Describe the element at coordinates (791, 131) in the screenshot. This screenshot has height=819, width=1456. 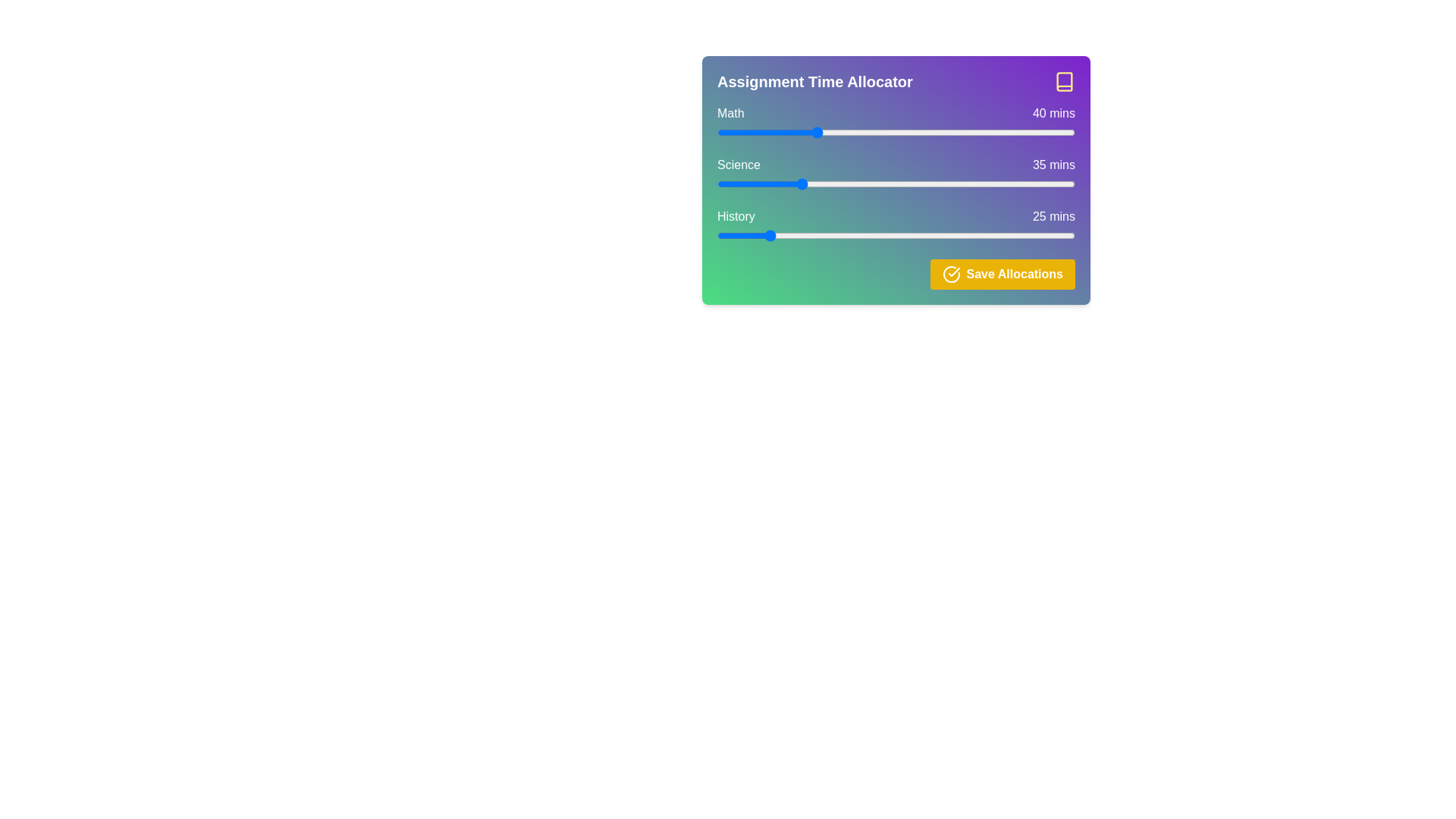
I see `the slider for 'Math'` at that location.